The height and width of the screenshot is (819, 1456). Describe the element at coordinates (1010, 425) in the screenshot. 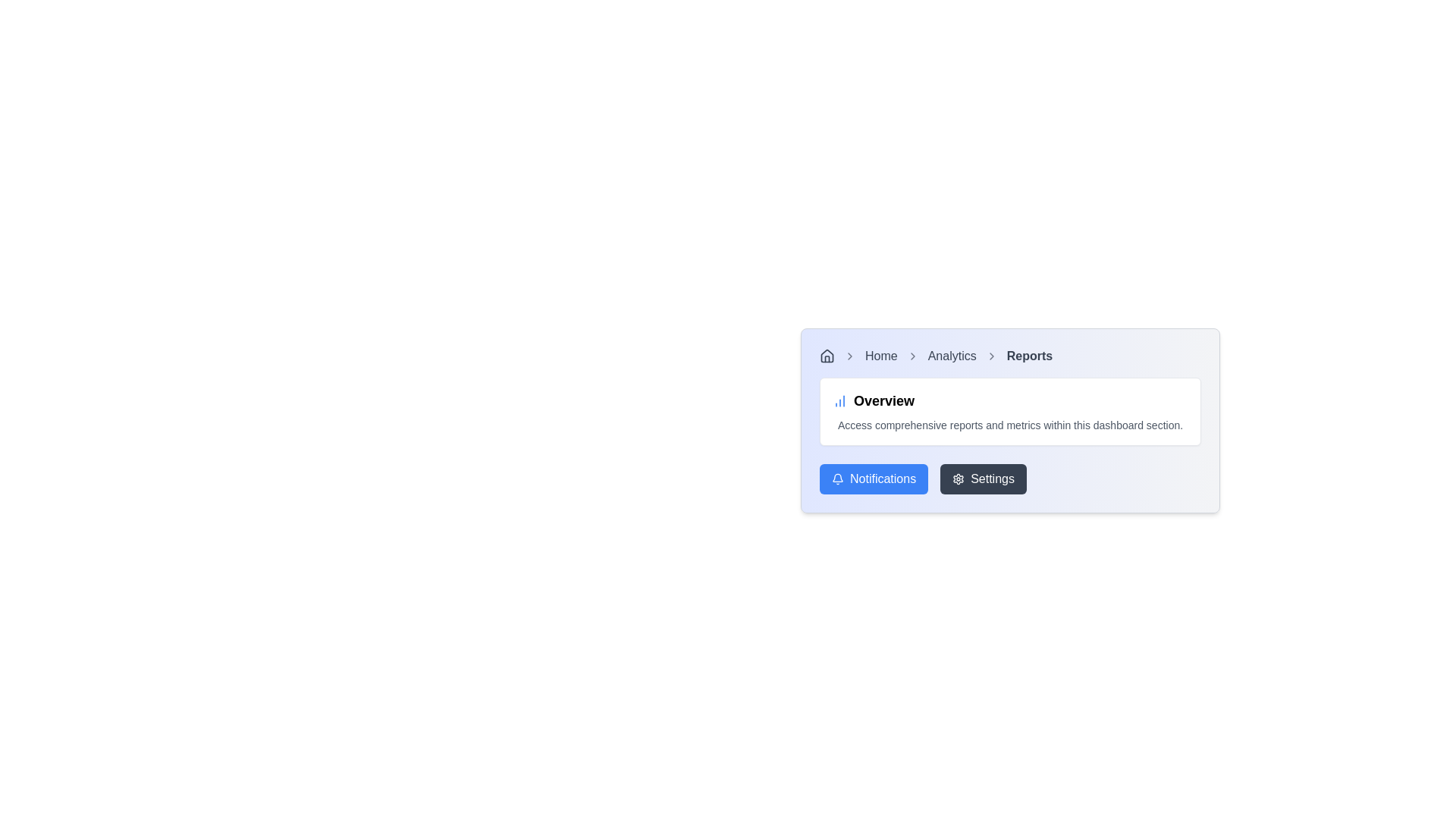

I see `the text block that describes the dashboard's functionality, which contains the text: 'Access comprehensive reports and metrics within this dashboard section.' This text is located within the 'Overview' section of an informational card layout` at that location.